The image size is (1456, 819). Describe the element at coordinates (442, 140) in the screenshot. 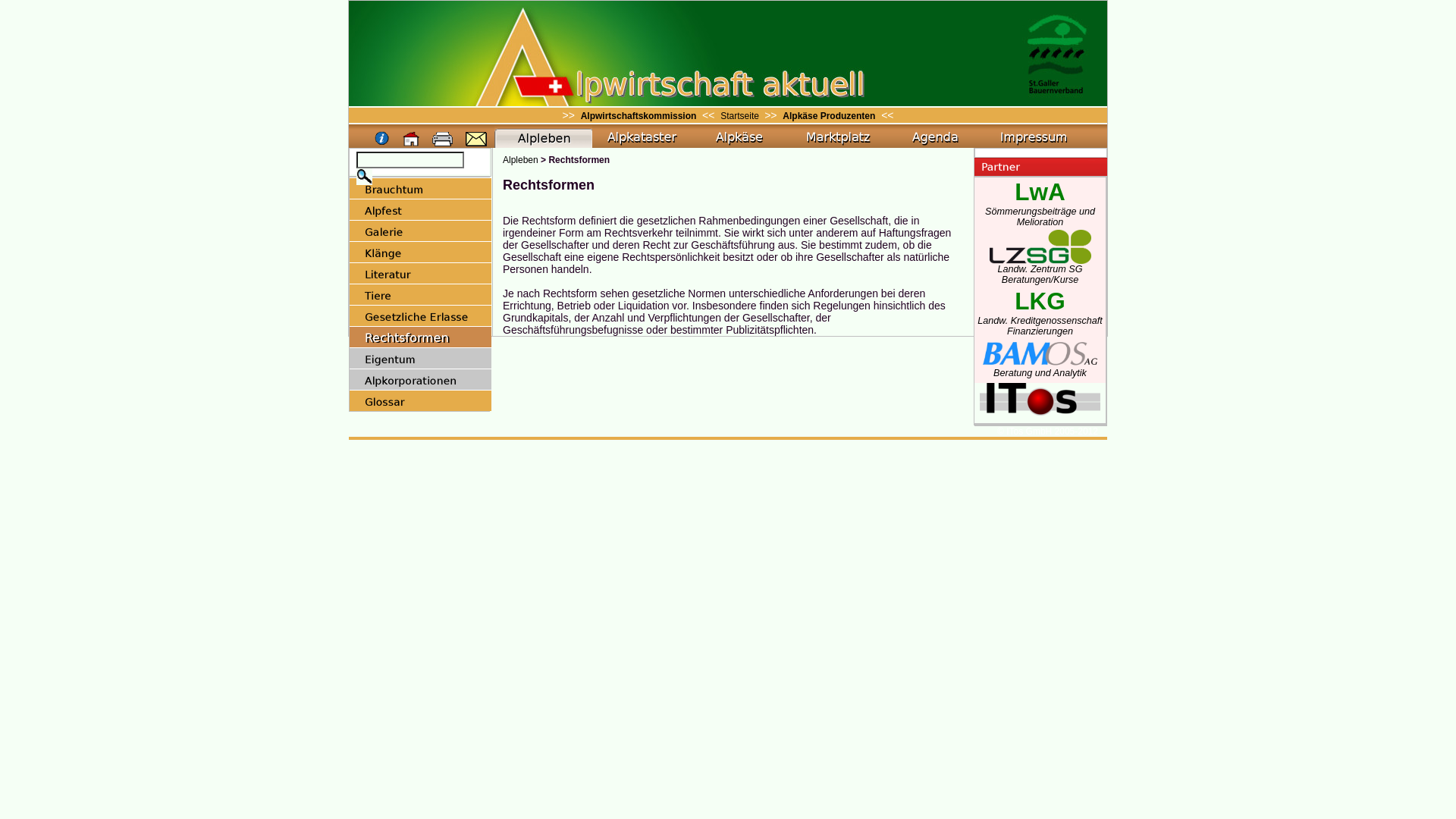

I see `'Print'` at that location.